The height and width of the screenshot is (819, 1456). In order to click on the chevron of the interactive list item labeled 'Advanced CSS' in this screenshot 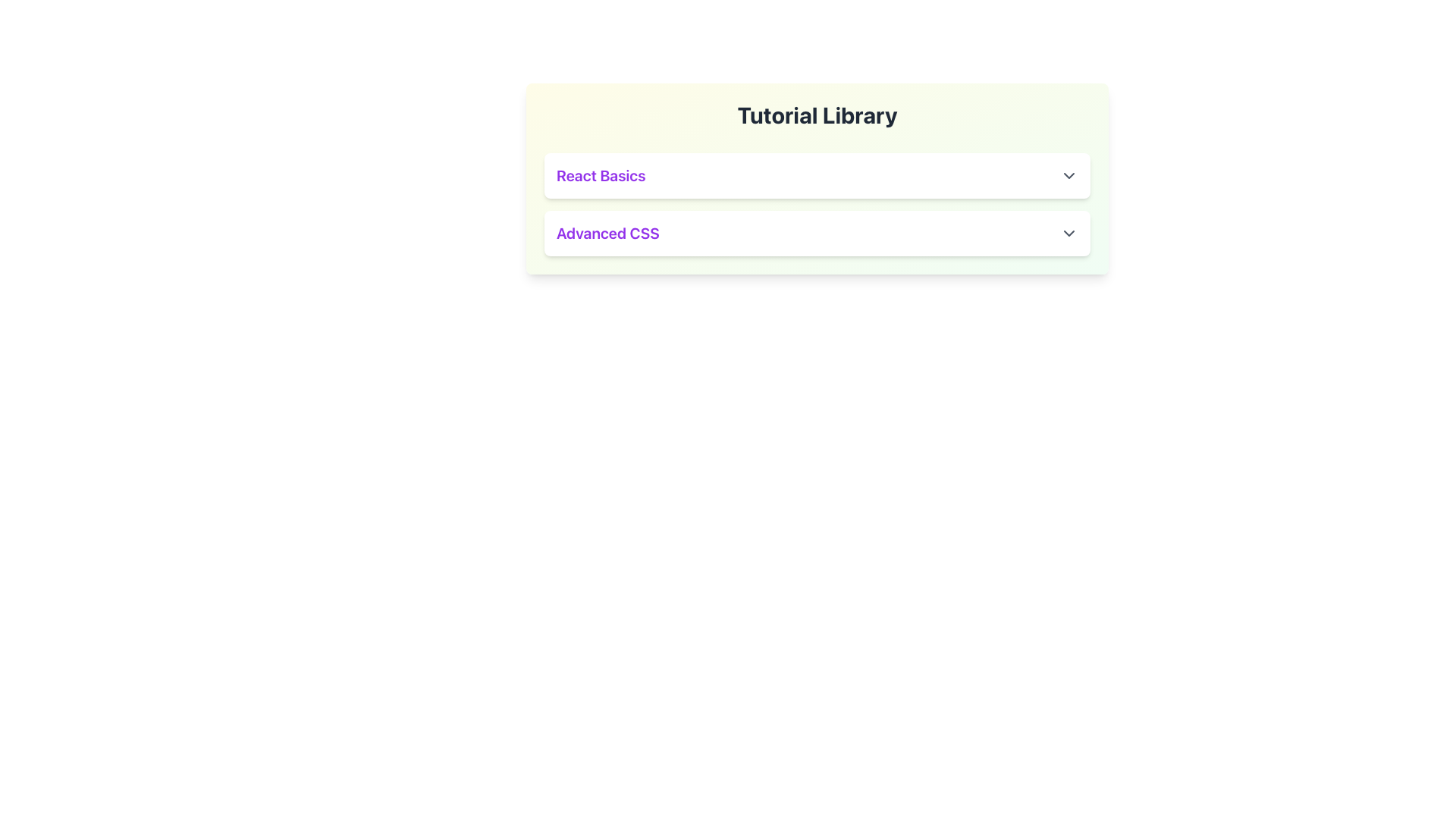, I will do `click(817, 234)`.